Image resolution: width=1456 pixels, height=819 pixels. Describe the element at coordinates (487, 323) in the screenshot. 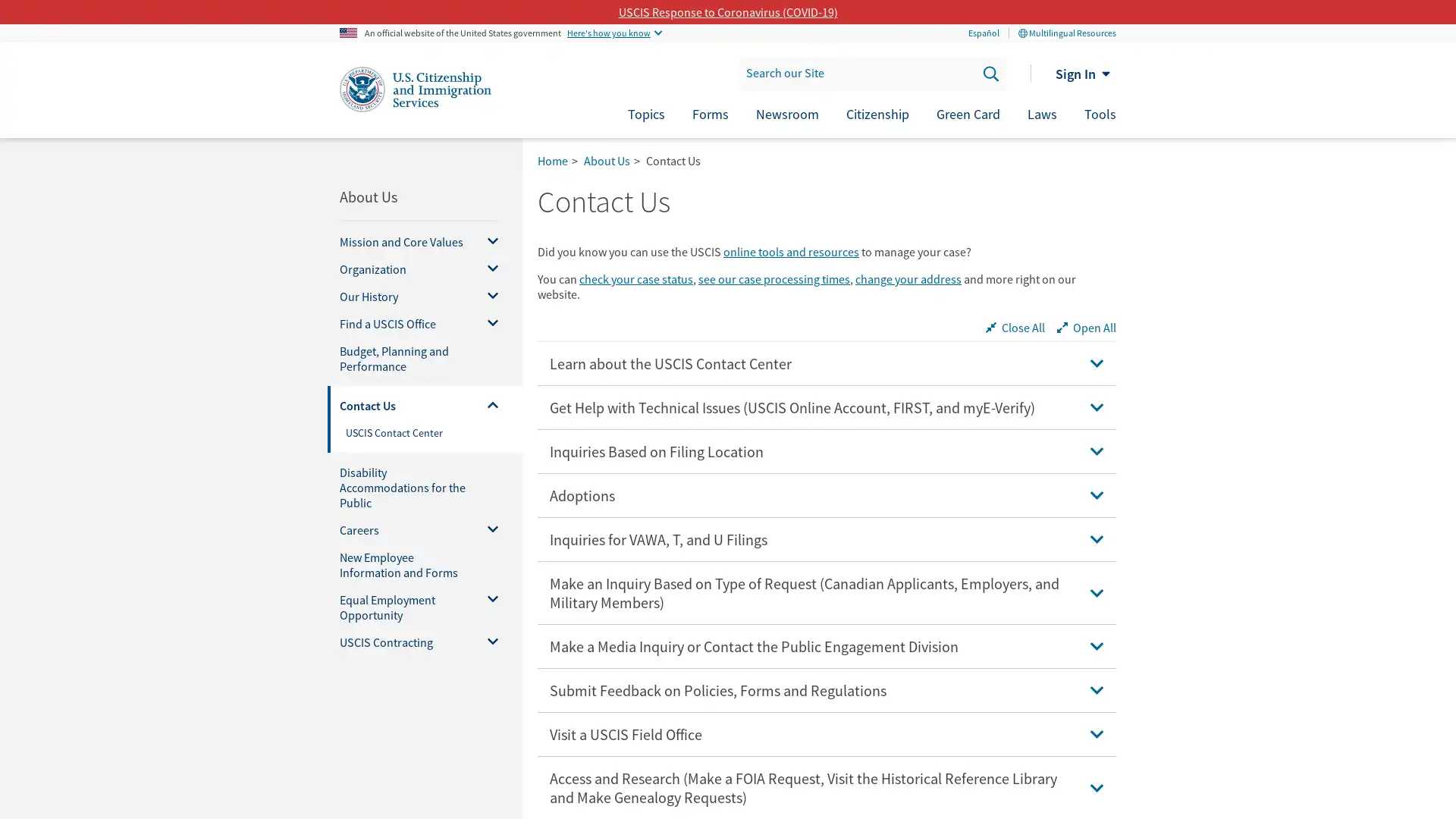

I see `Toggle menu for Find a USCIS Office` at that location.